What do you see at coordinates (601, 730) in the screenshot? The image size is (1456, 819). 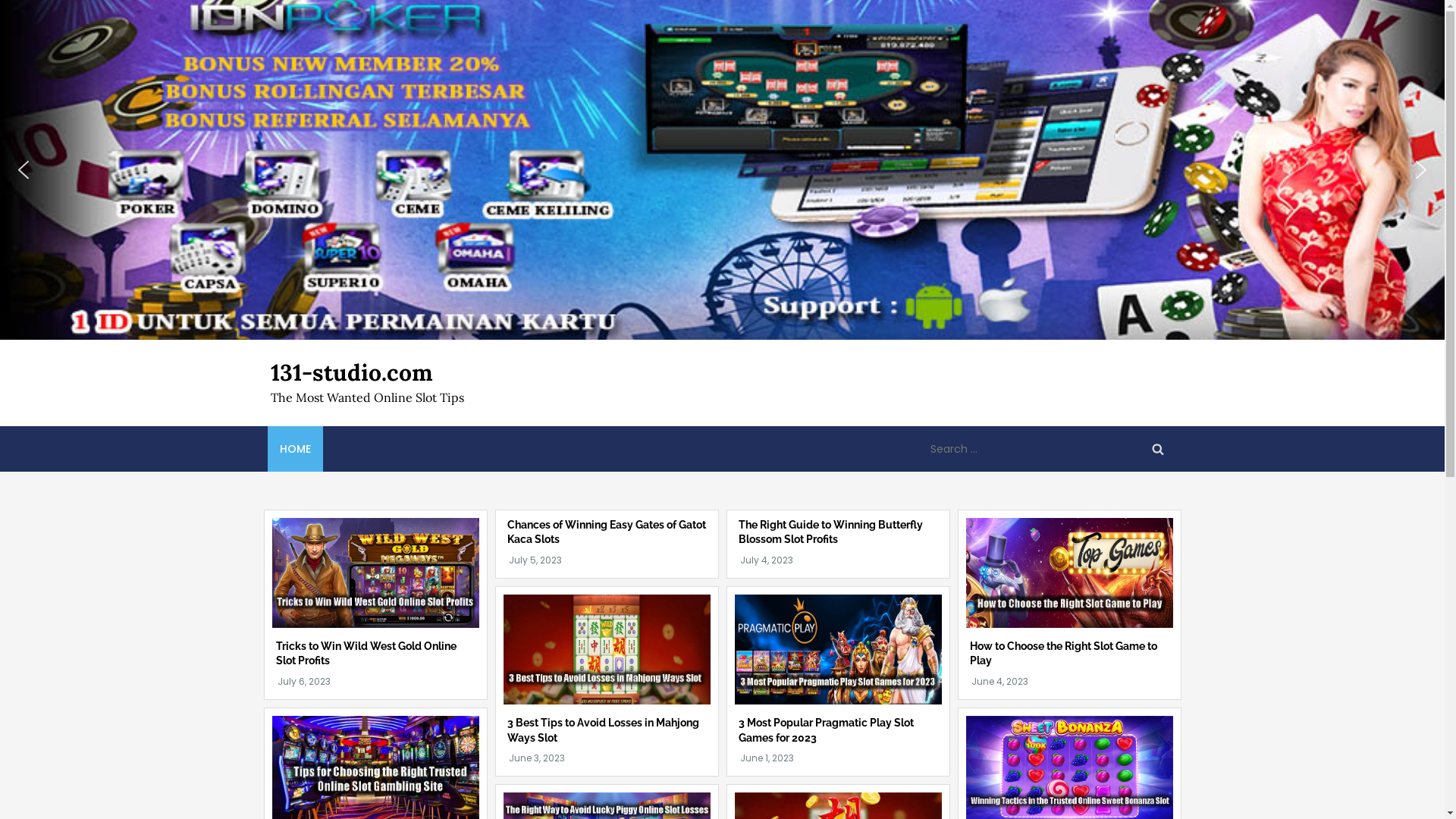 I see `'3 Best Tips to Avoid Losses in Mahjong Ways Slot'` at bounding box center [601, 730].